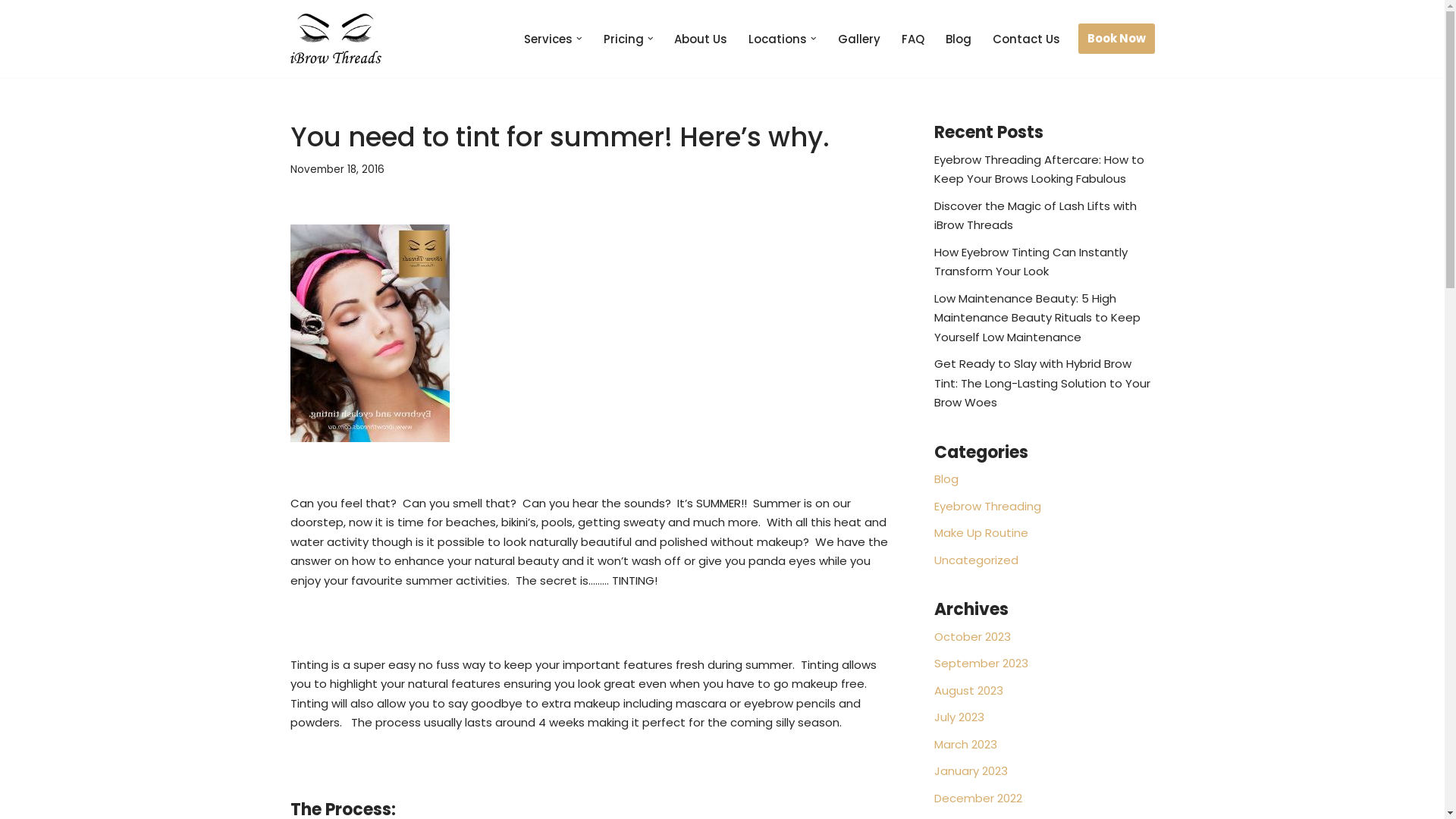  Describe the element at coordinates (0, 32) in the screenshot. I see `'Skip to content'` at that location.